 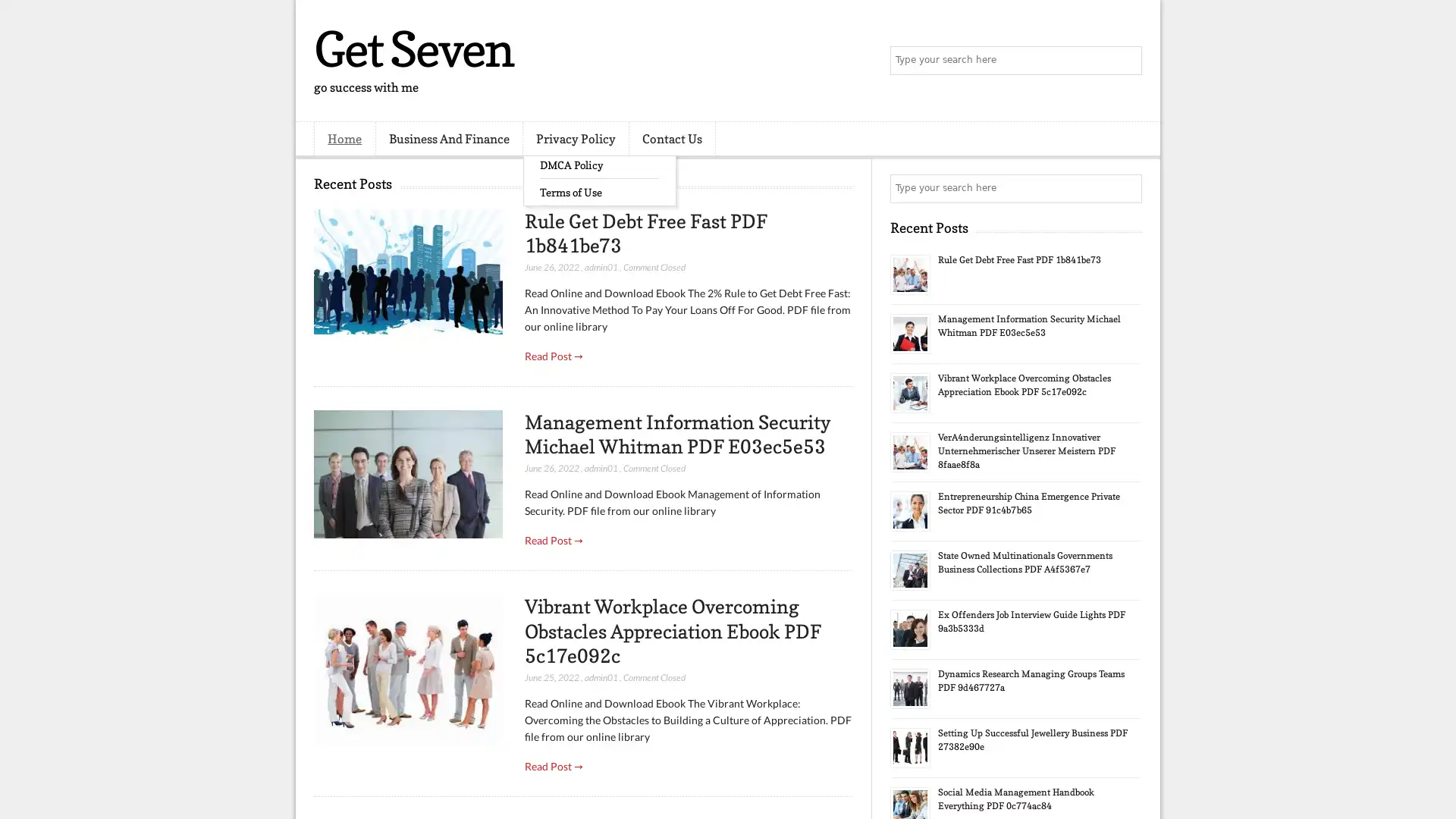 What do you see at coordinates (1126, 188) in the screenshot?
I see `Search` at bounding box center [1126, 188].